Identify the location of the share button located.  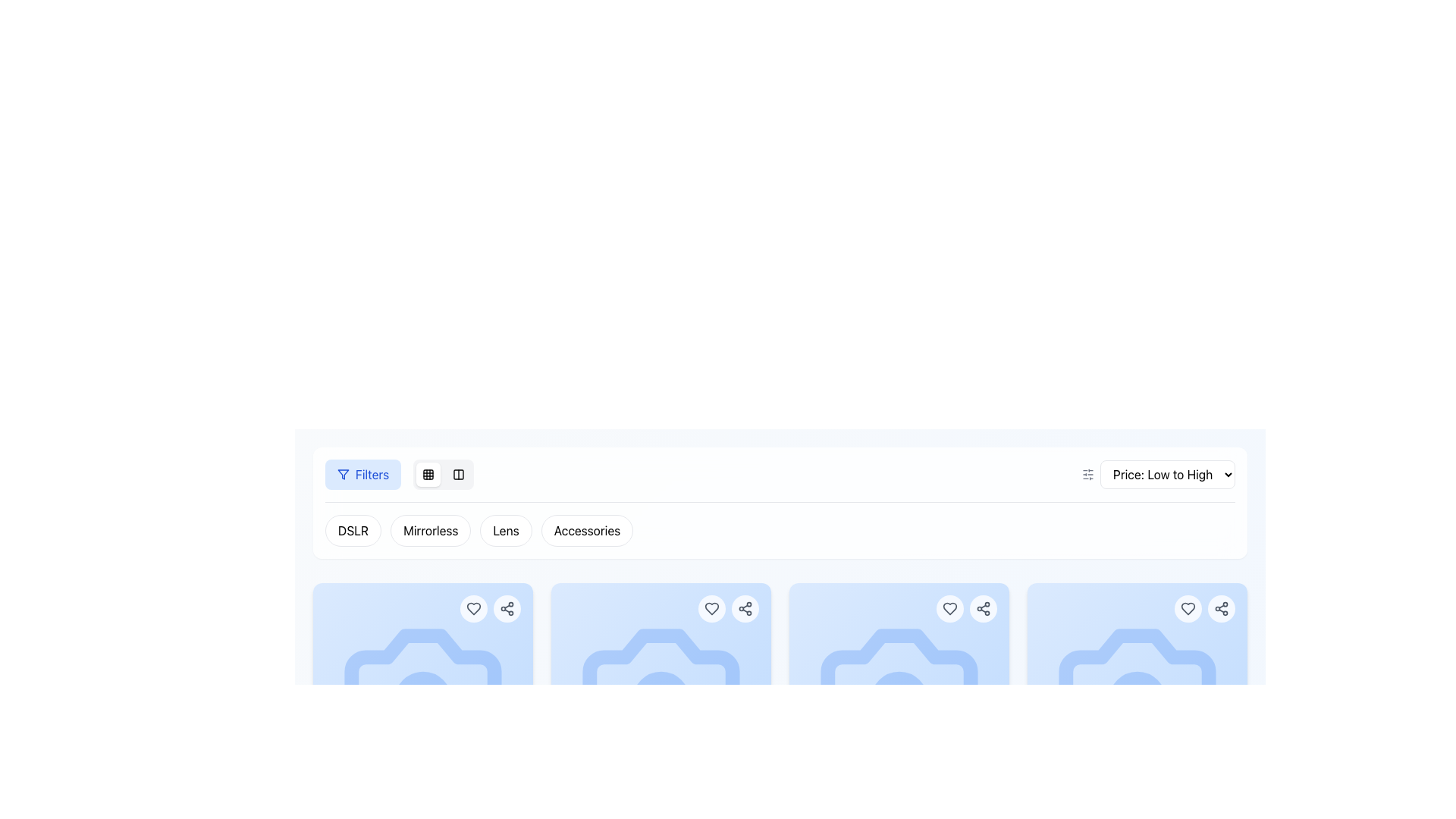
(1222, 607).